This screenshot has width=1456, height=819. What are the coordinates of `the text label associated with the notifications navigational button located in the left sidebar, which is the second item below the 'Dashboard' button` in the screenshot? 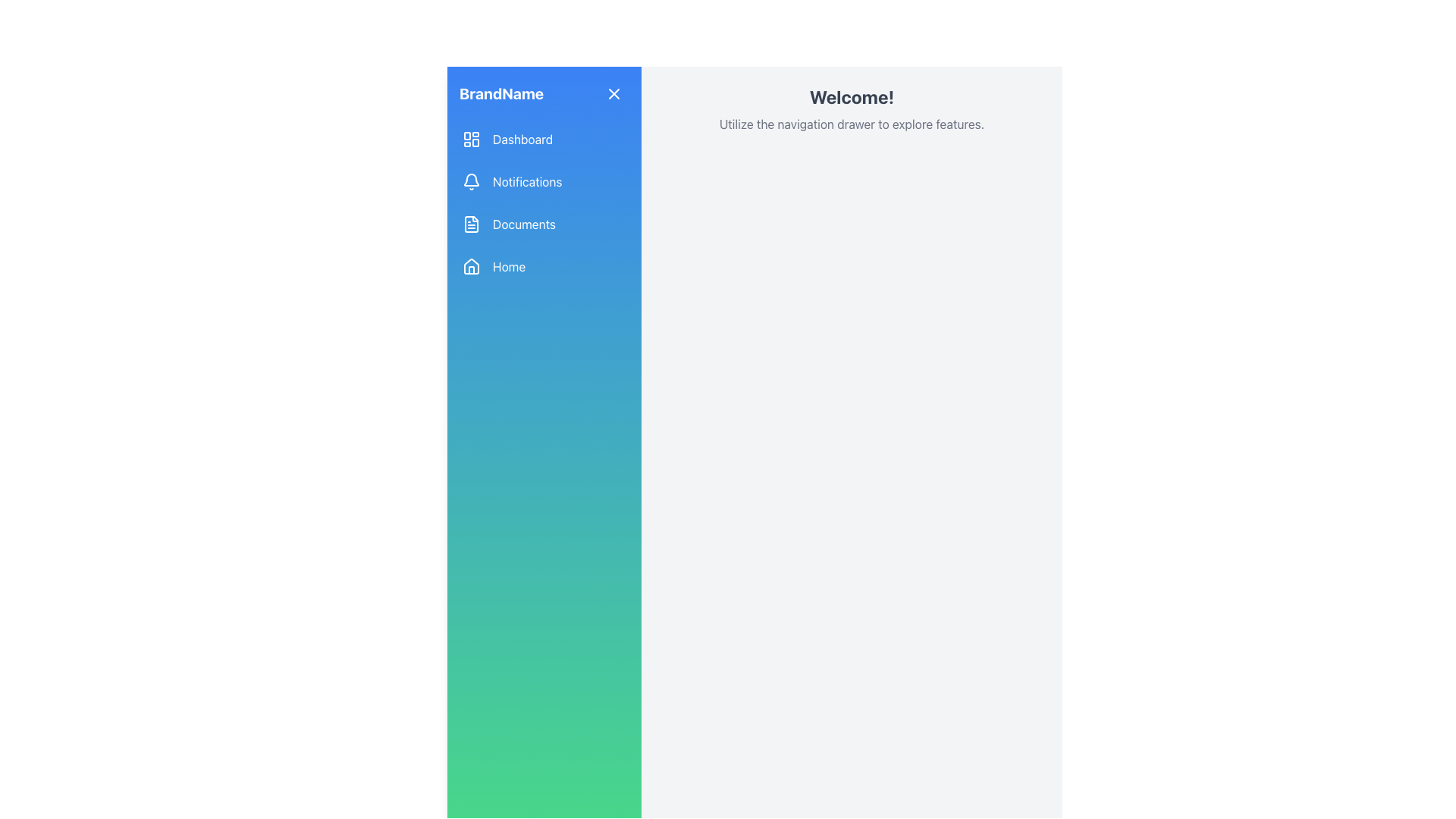 It's located at (527, 180).